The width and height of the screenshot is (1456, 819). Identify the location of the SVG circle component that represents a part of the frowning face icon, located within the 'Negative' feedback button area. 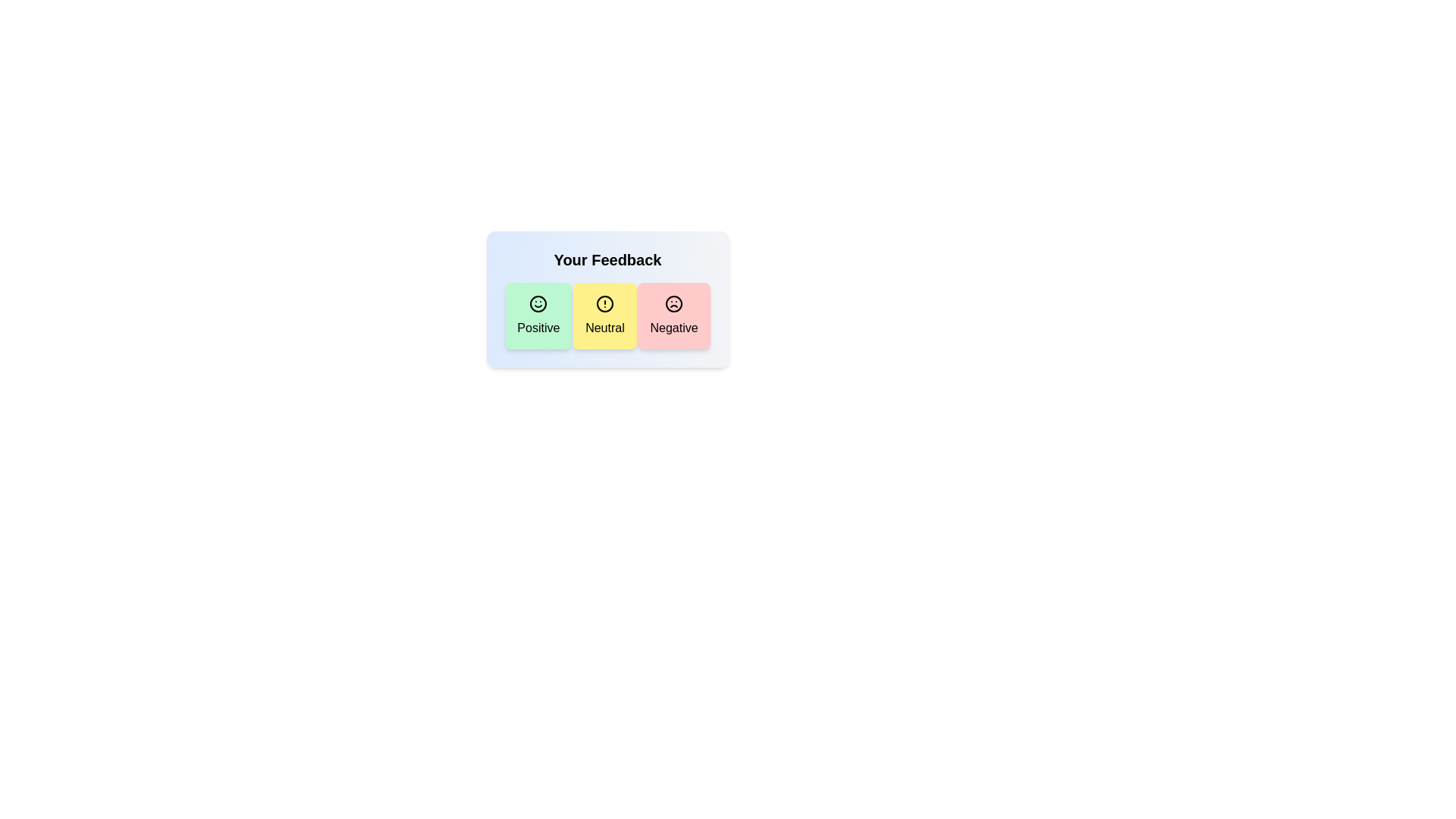
(673, 304).